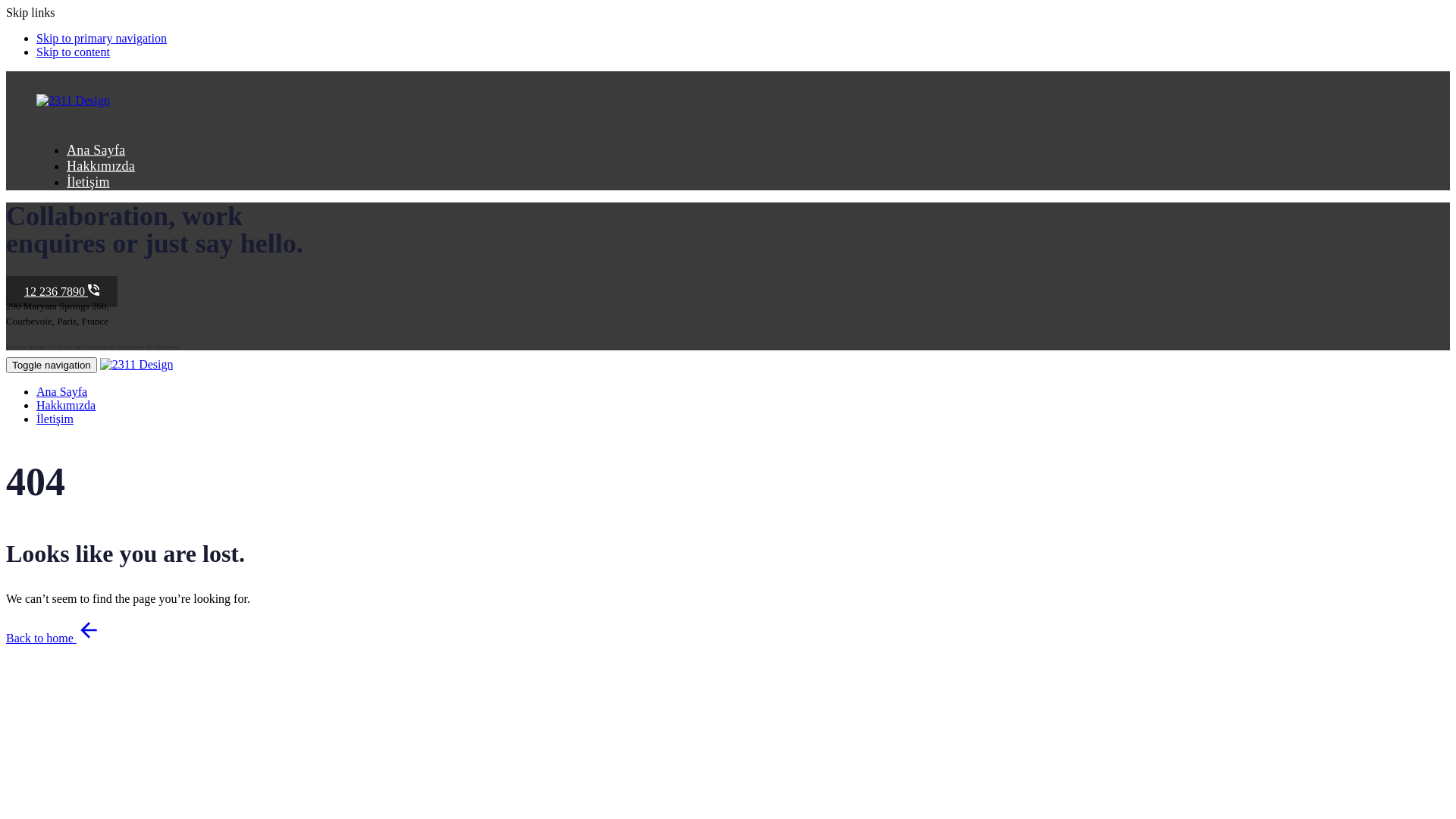  I want to click on '12 236 7890', so click(61, 291).